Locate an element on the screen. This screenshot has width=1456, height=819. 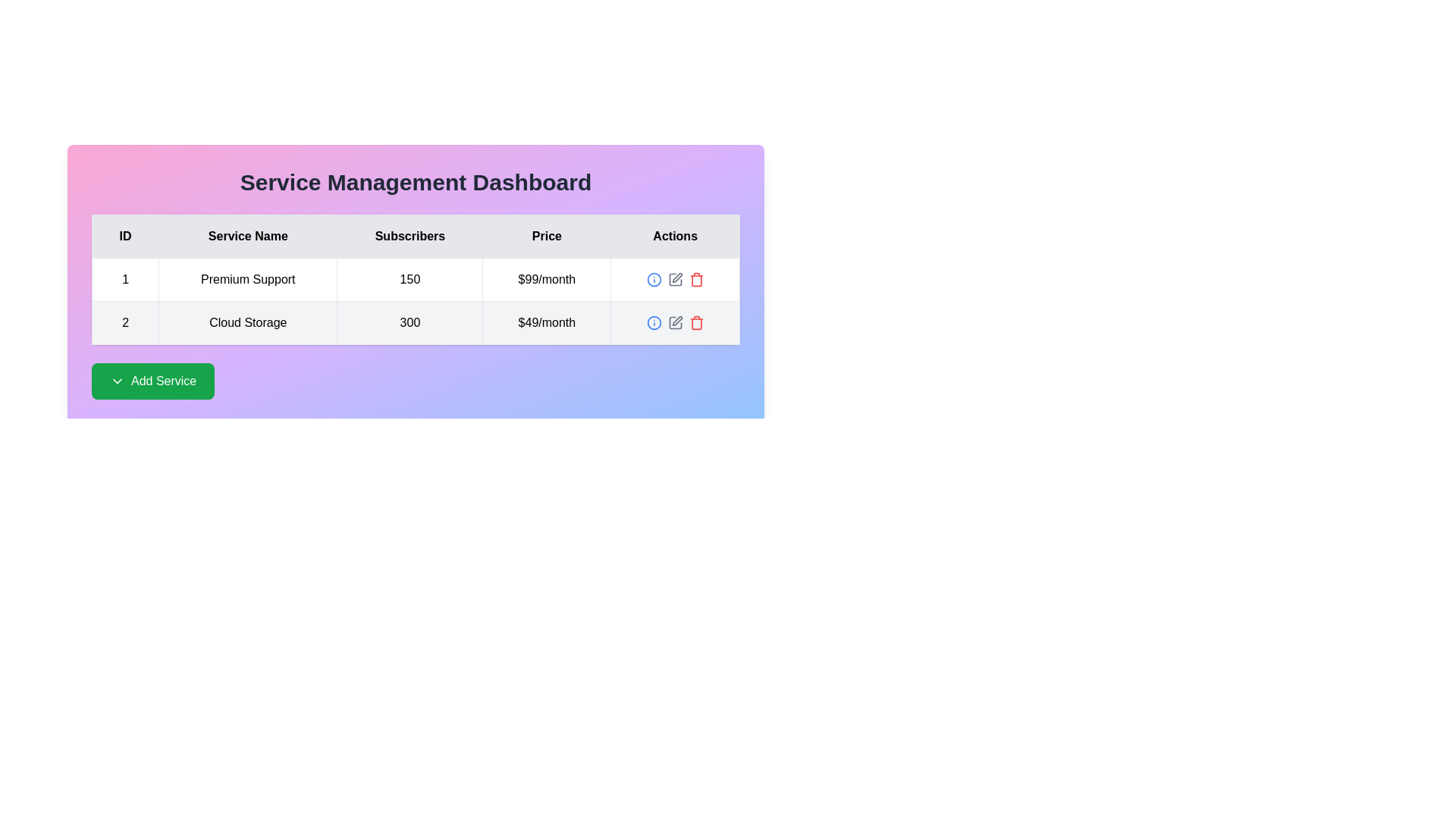
the 'ID' column header label in the table, which is the first cell in the header row, aligned with 'Service Name' and 'Subscribers' is located at coordinates (125, 237).